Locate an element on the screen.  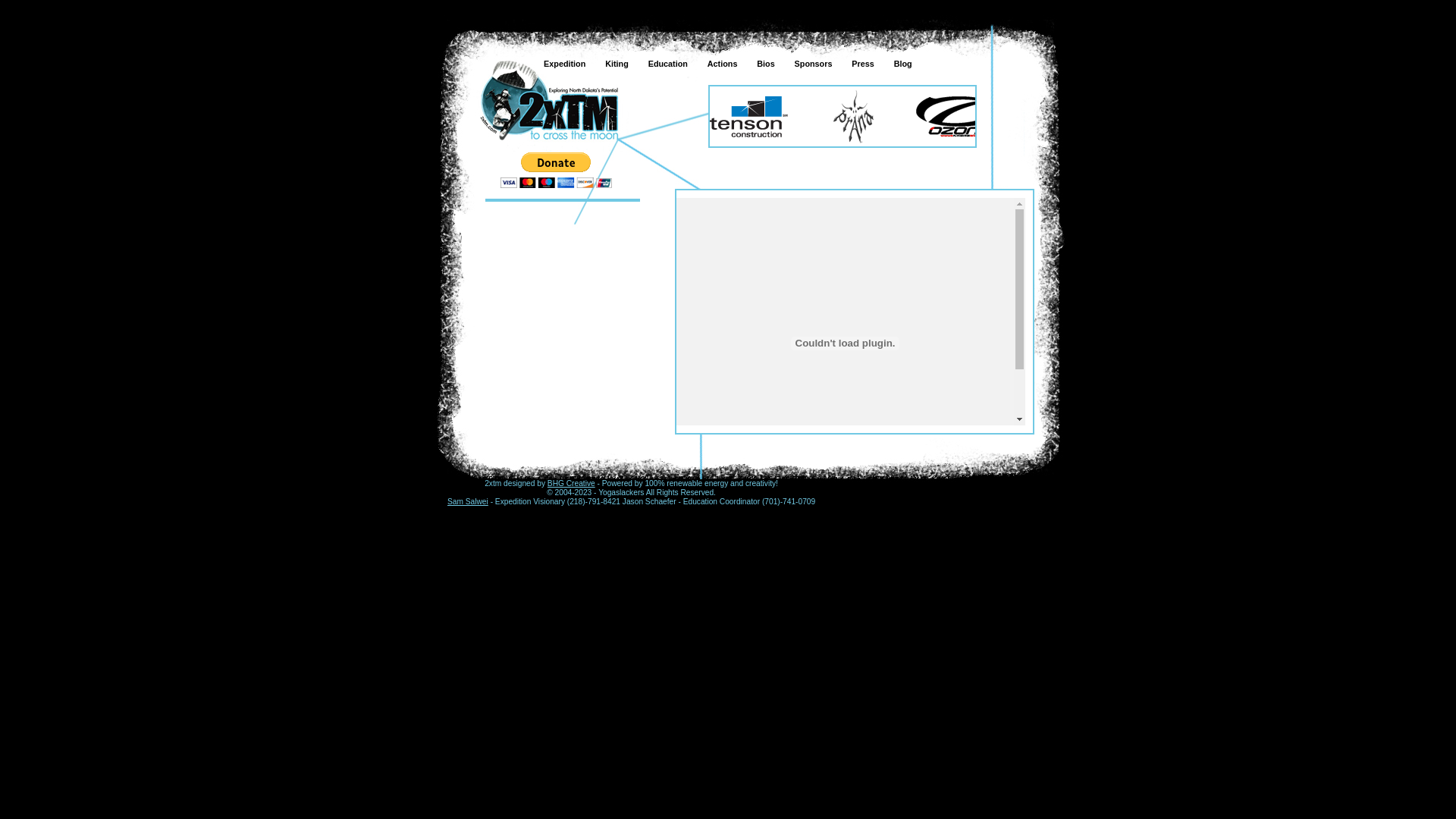
'Expedition' is located at coordinates (532, 63).